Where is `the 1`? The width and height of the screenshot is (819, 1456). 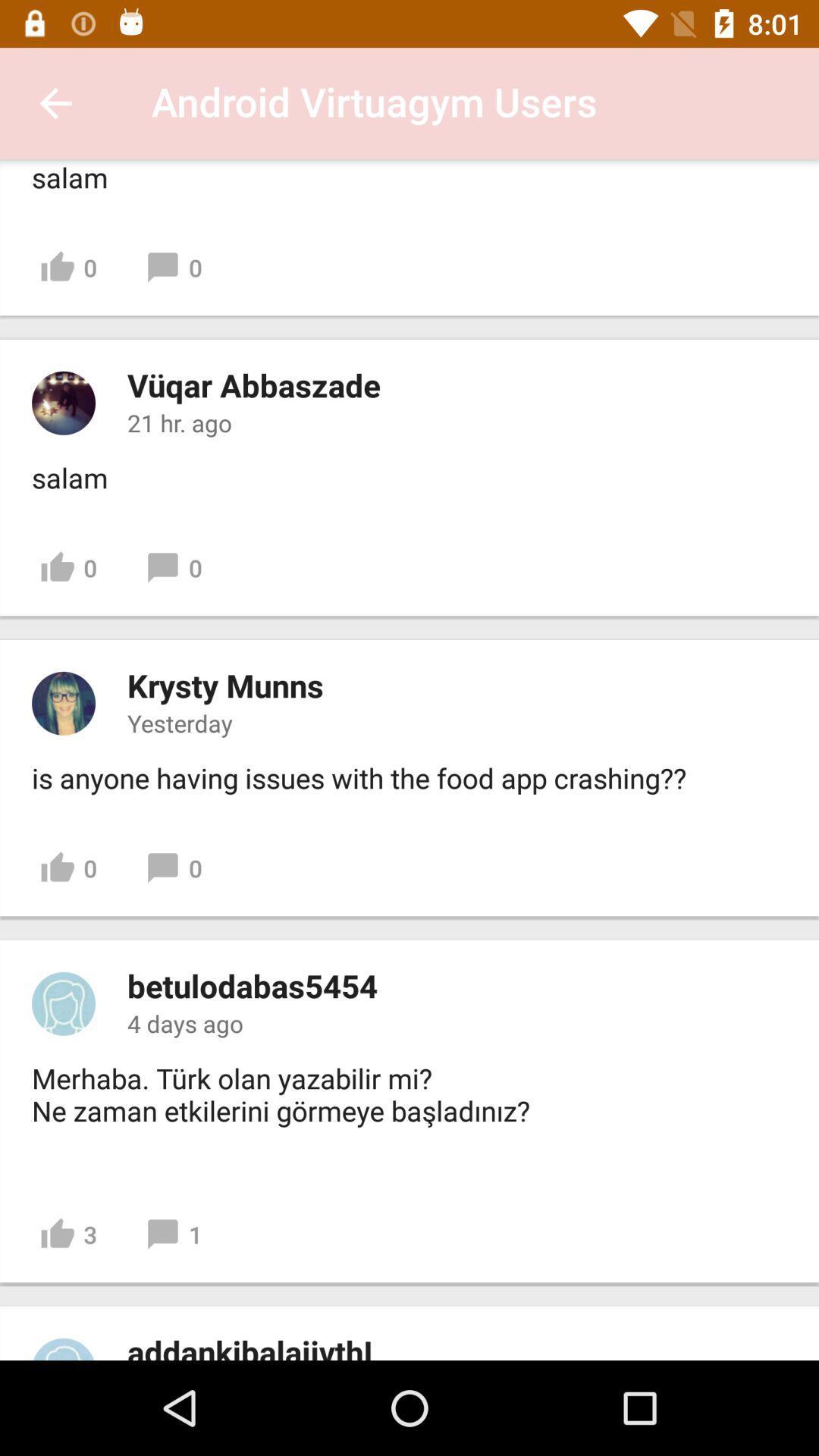 the 1 is located at coordinates (173, 1235).